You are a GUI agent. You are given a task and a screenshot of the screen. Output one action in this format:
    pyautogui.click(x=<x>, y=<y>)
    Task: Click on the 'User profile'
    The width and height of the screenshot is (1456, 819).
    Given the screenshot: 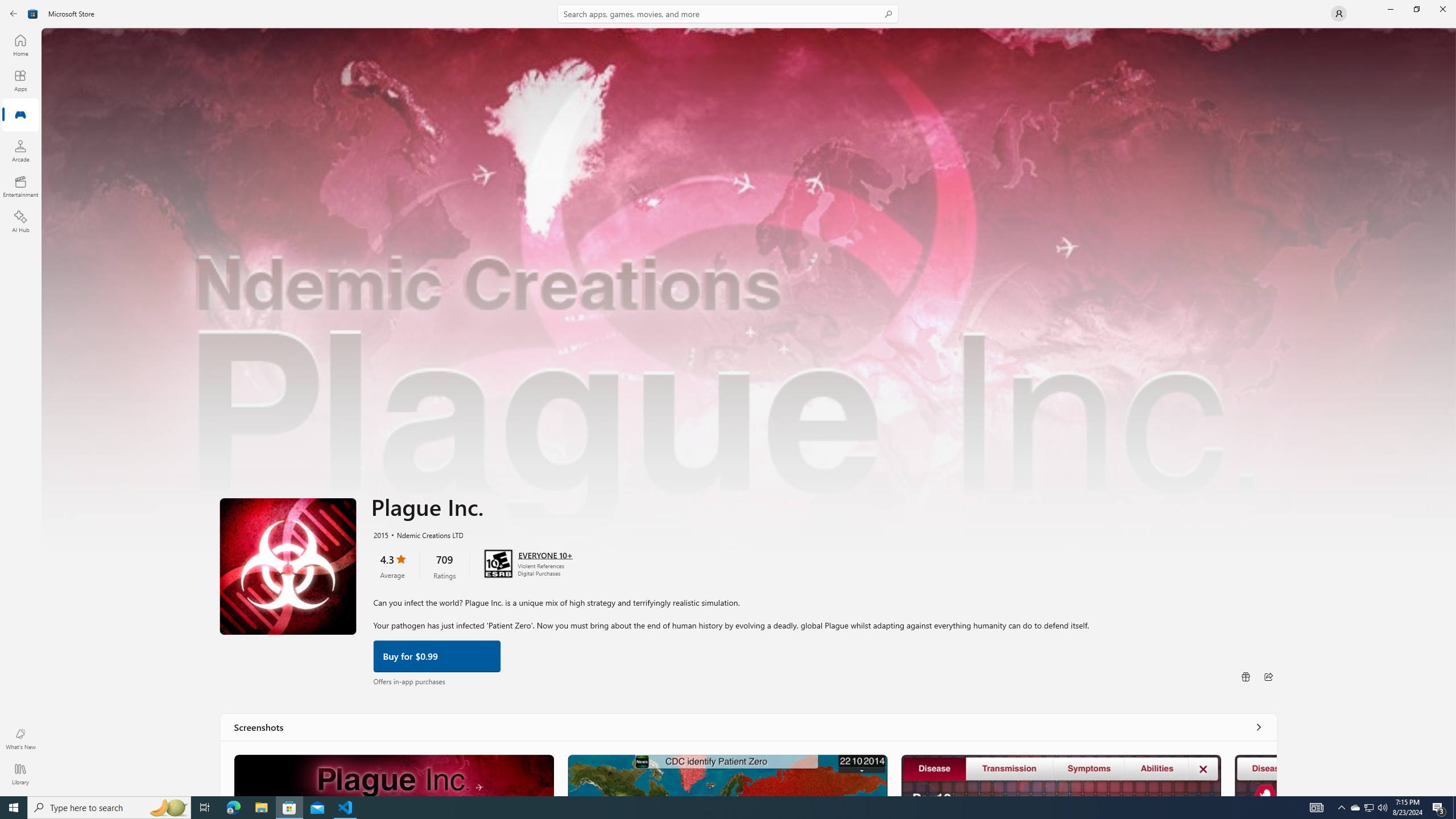 What is the action you would take?
    pyautogui.click(x=1338, y=13)
    